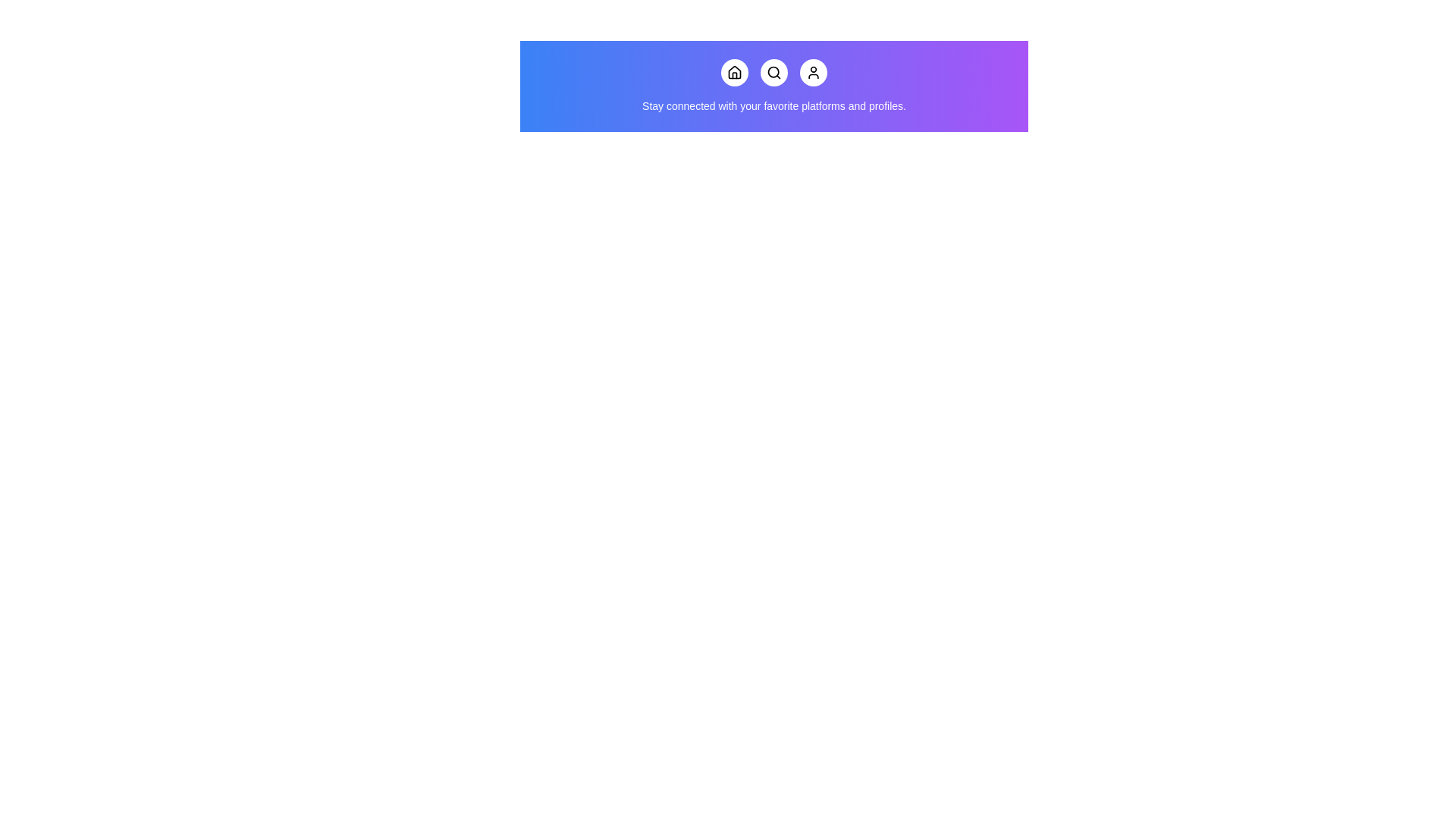 This screenshot has width=1456, height=819. Describe the element at coordinates (735, 73) in the screenshot. I see `the white circular button with a house icon located at the top horizontal bar, which is the first button from the left` at that location.